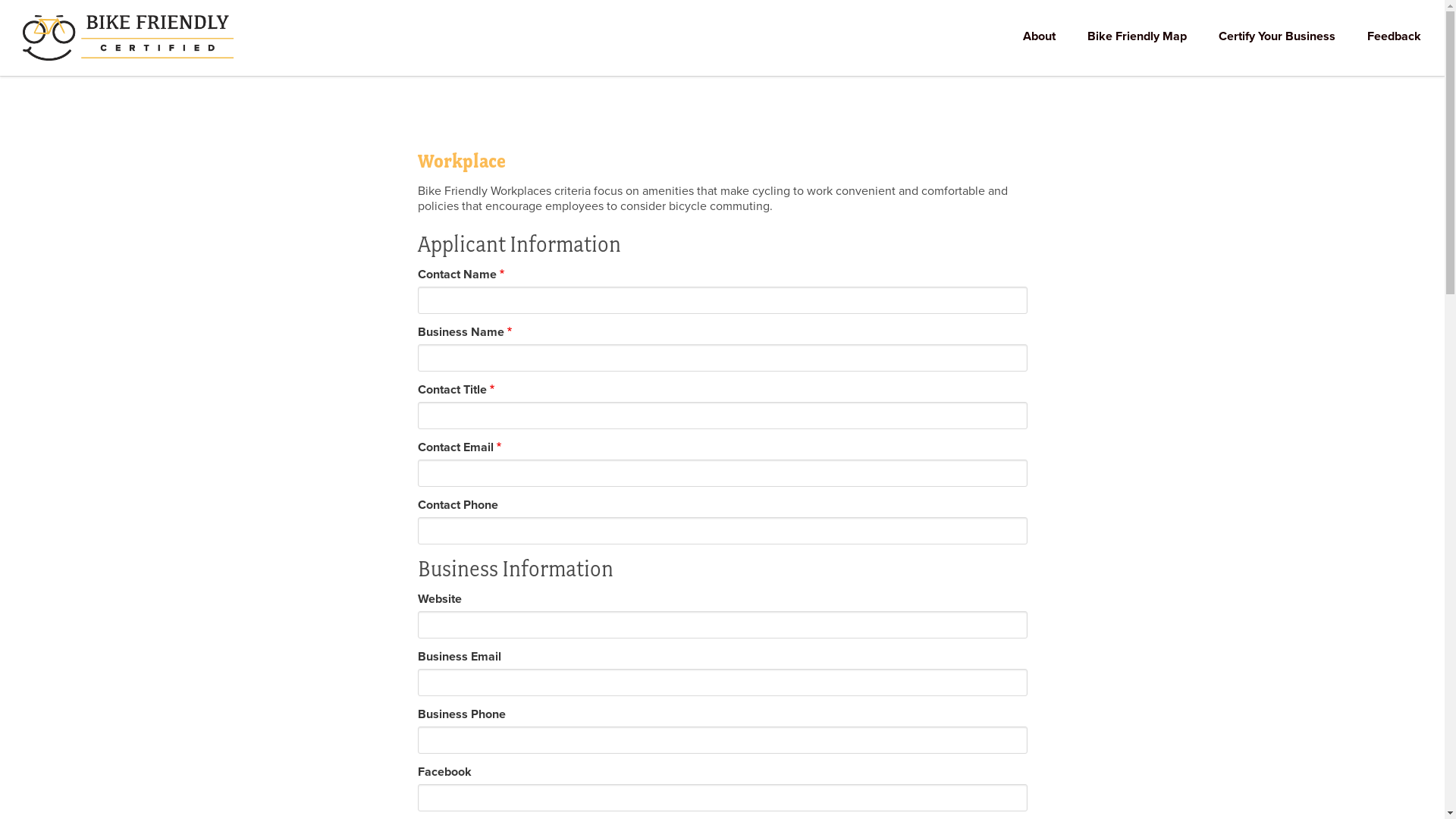 The height and width of the screenshot is (819, 1456). Describe the element at coordinates (1276, 37) in the screenshot. I see `'Certify Your Business'` at that location.